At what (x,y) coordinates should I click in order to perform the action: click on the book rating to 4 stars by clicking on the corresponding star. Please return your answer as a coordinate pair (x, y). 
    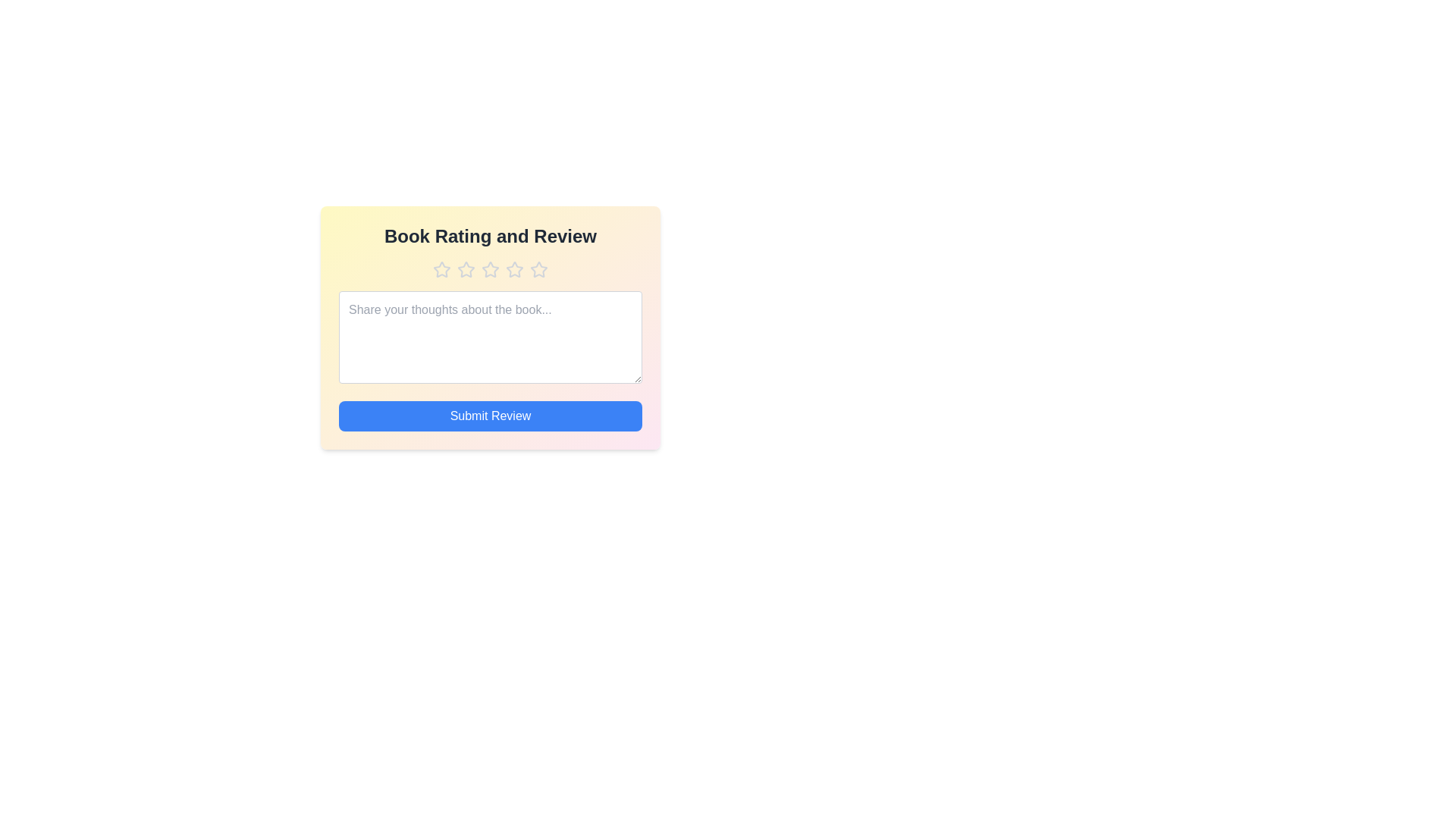
    Looking at the image, I should click on (514, 268).